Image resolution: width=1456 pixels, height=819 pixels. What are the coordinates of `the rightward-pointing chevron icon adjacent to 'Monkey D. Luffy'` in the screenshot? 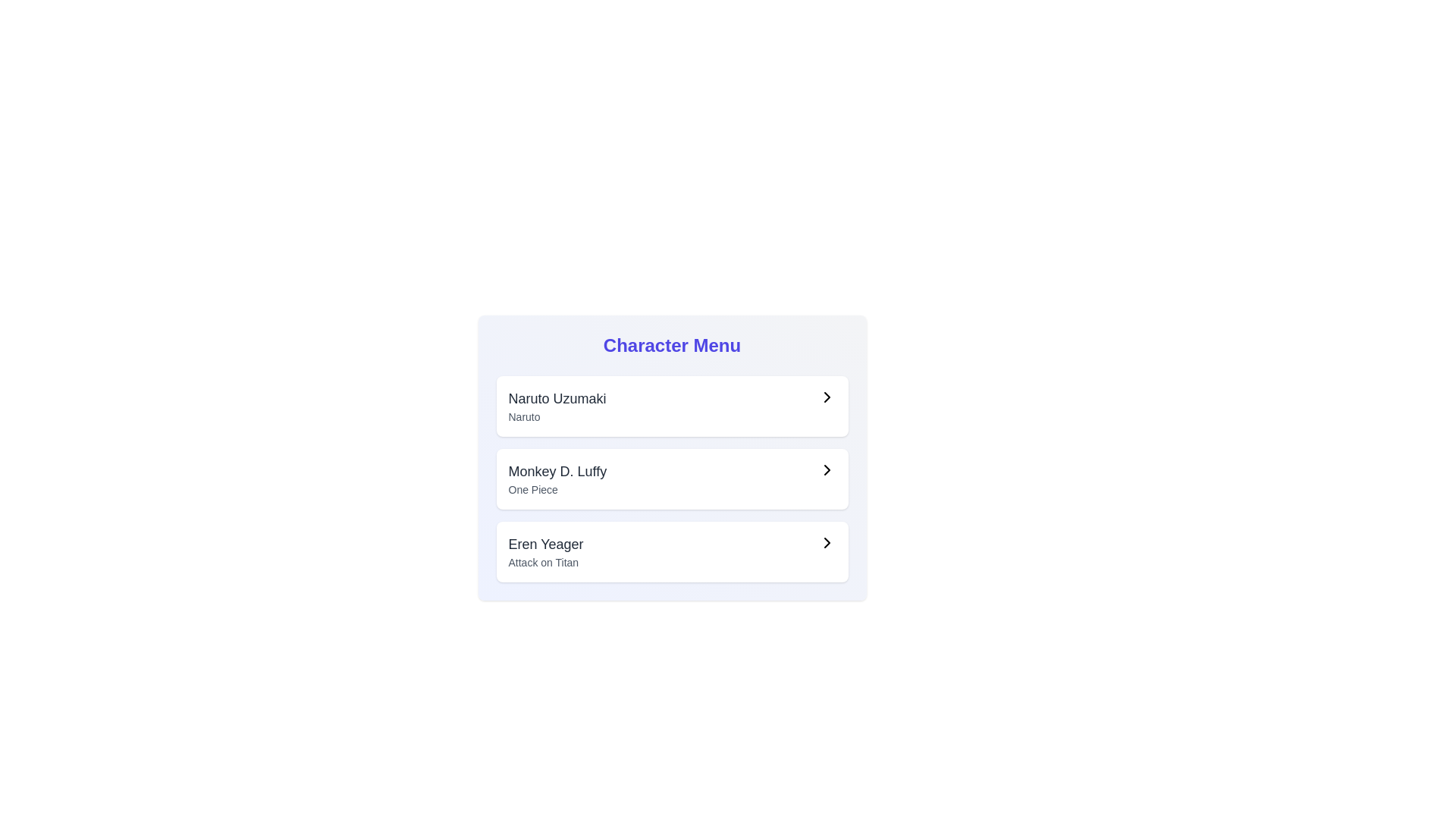 It's located at (826, 469).